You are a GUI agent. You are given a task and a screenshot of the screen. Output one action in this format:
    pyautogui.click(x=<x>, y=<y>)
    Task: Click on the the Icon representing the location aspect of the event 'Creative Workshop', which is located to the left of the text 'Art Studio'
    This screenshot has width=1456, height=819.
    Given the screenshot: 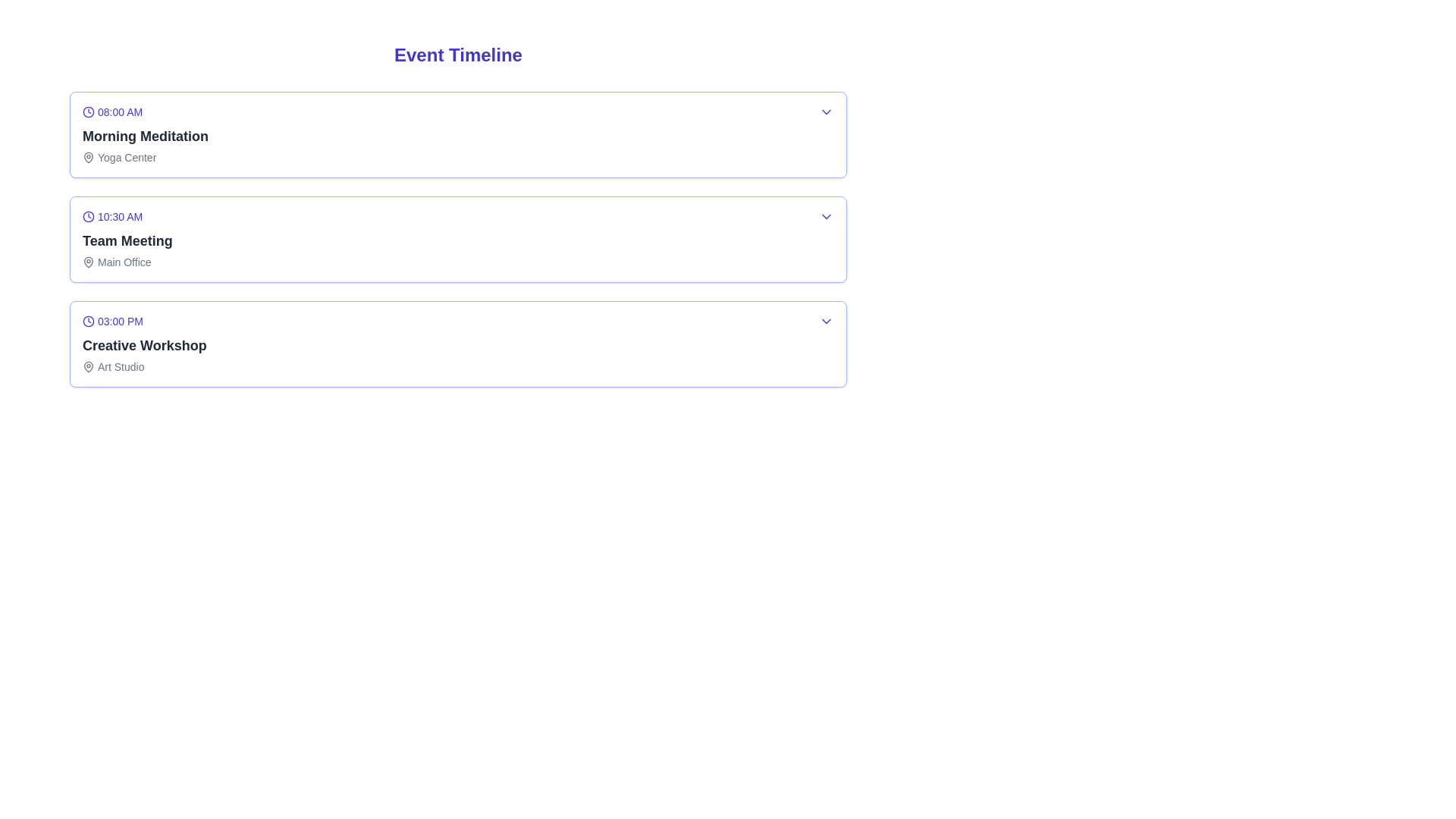 What is the action you would take?
    pyautogui.click(x=87, y=366)
    